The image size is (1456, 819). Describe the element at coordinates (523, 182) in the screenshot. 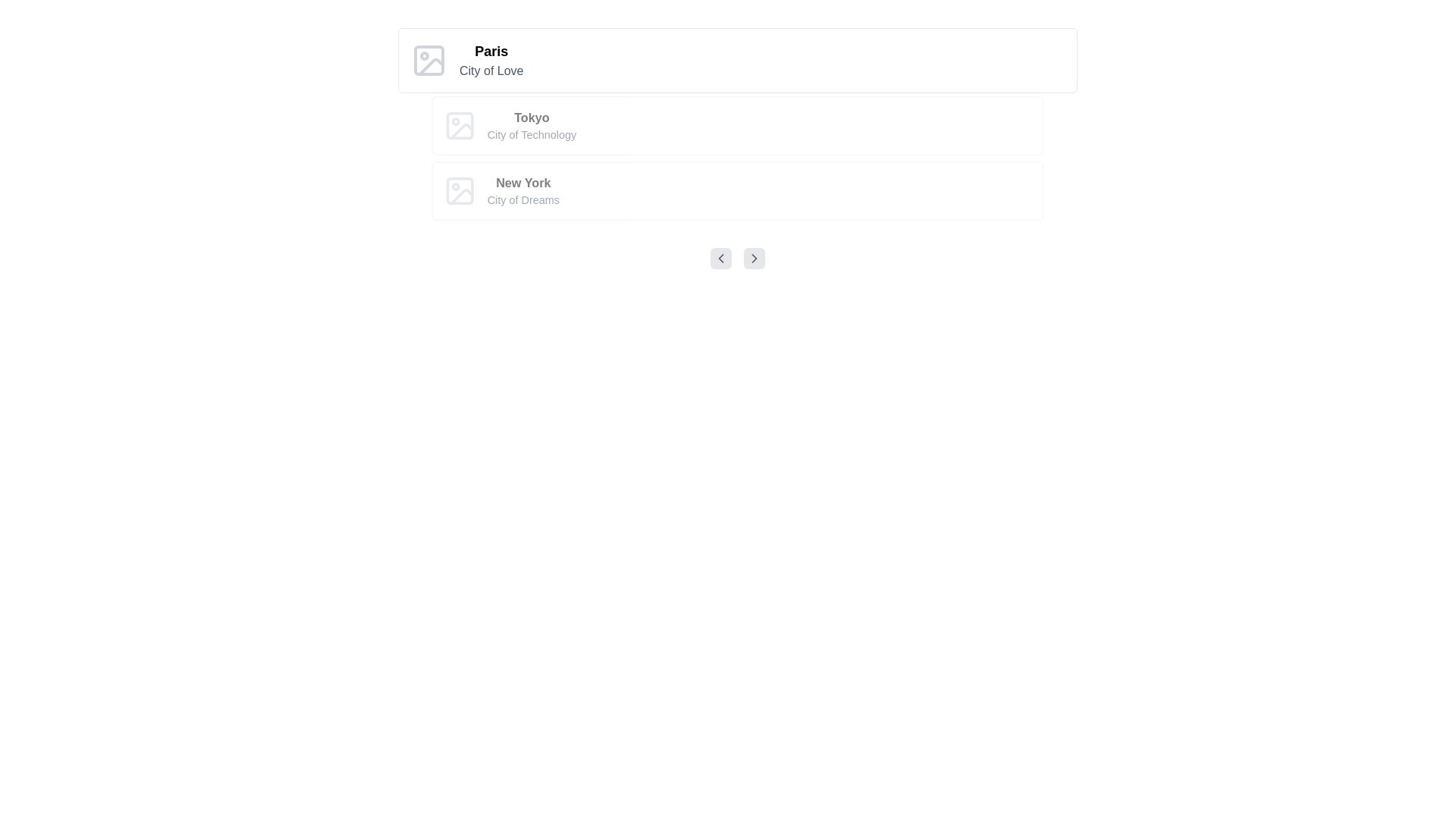

I see `the text label titled 'City of Dreams', which is the third entry in a vertical list of titles including 'Paris' and 'Tokyo'` at that location.